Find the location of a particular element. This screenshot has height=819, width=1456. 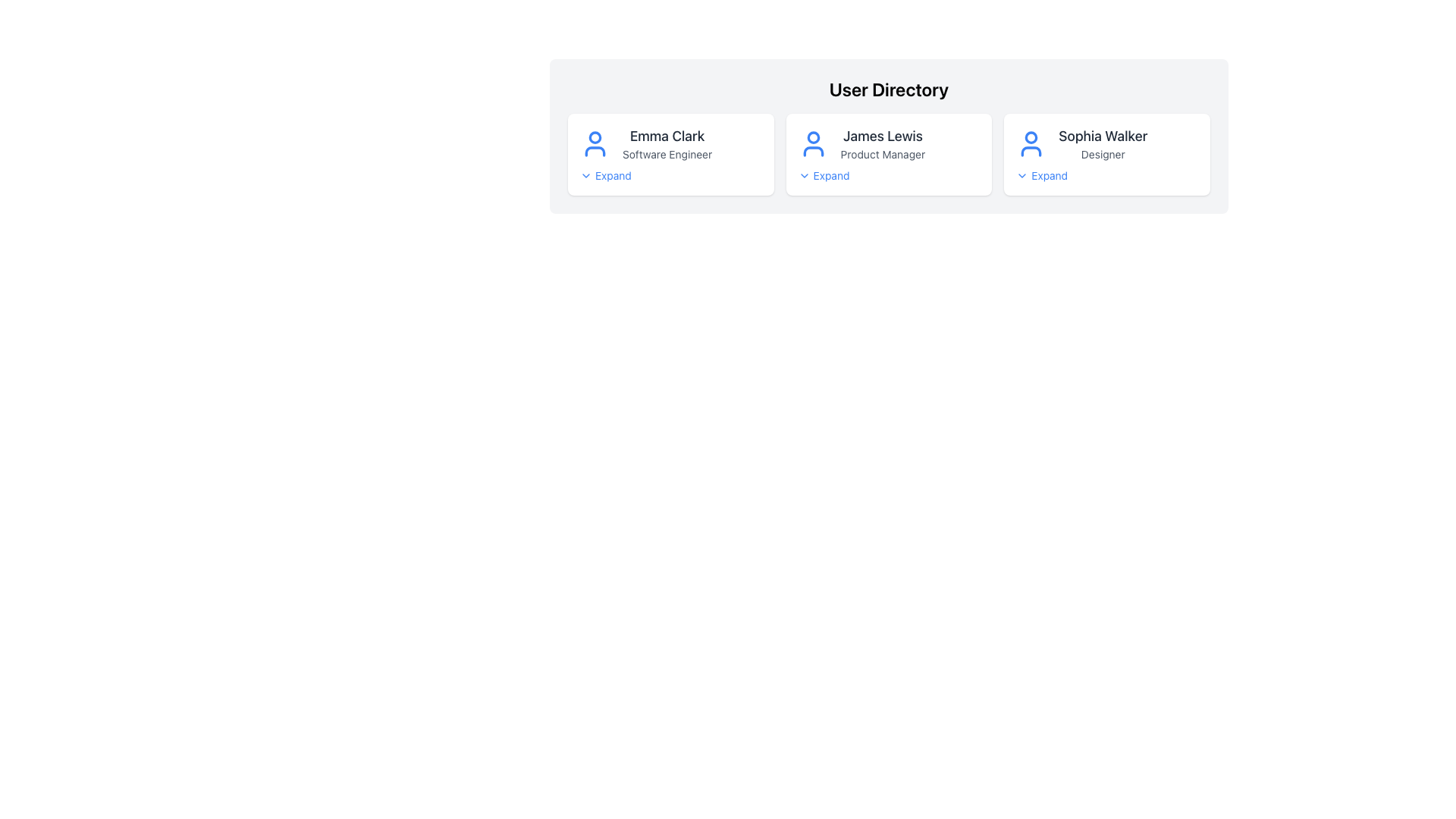

the SVG Circle Element that represents James Lewis's profile icon in the user directory, located in the second column of the layout is located at coordinates (812, 137).